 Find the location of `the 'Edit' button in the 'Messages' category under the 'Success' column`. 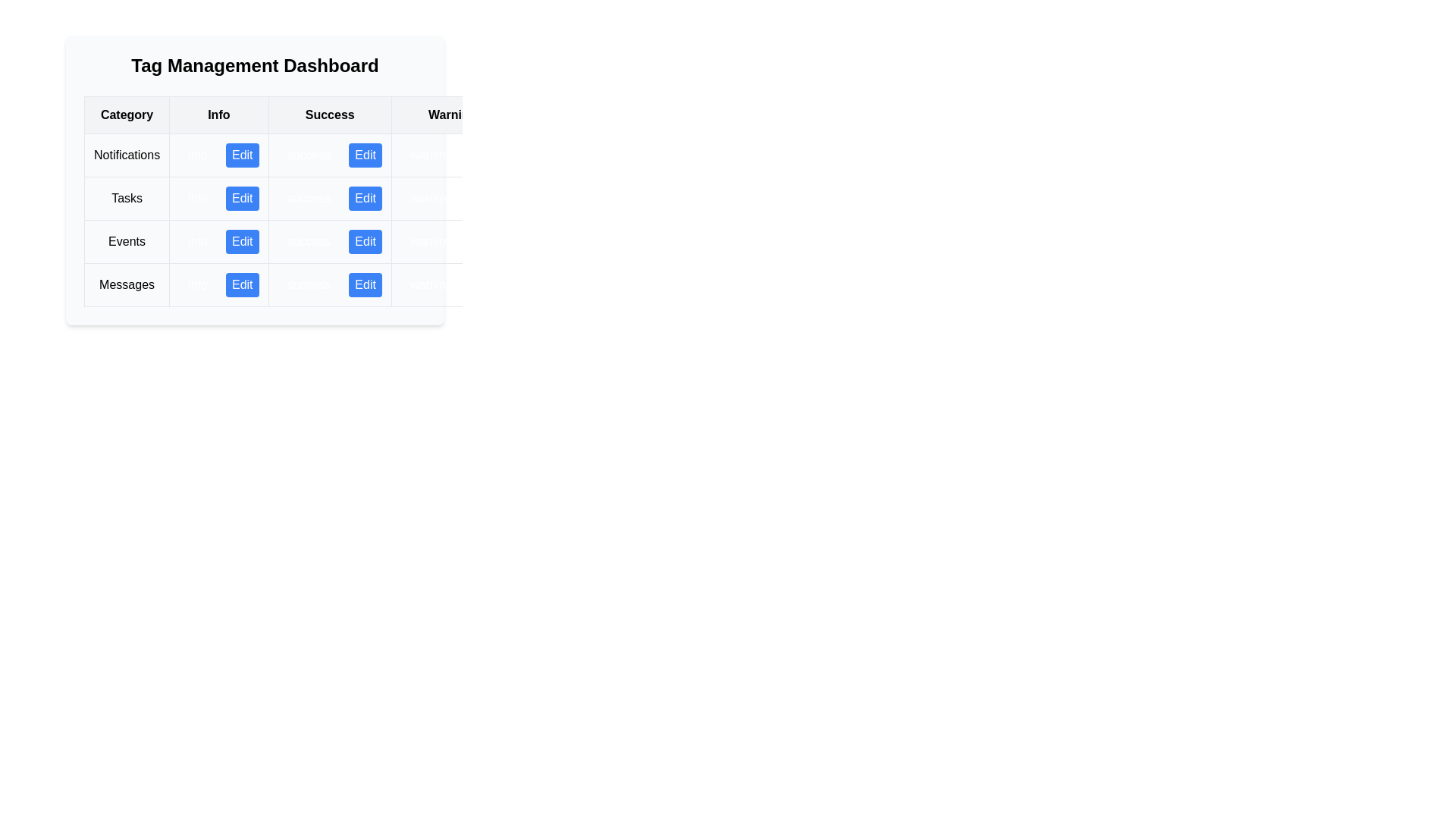

the 'Edit' button in the 'Messages' category under the 'Success' column is located at coordinates (366, 284).